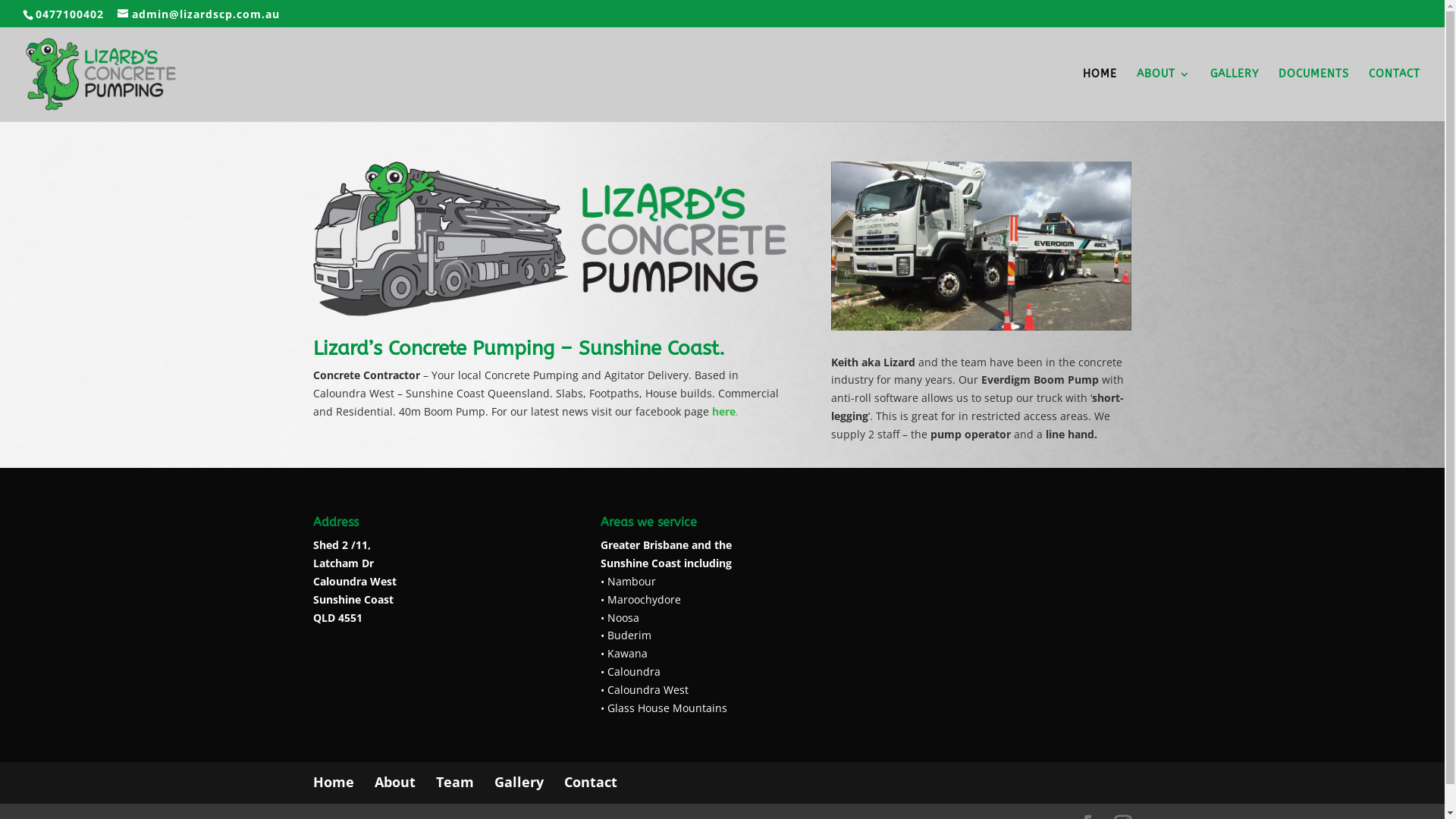 This screenshot has height=819, width=1456. Describe the element at coordinates (1394, 95) in the screenshot. I see `'CONTACT'` at that location.